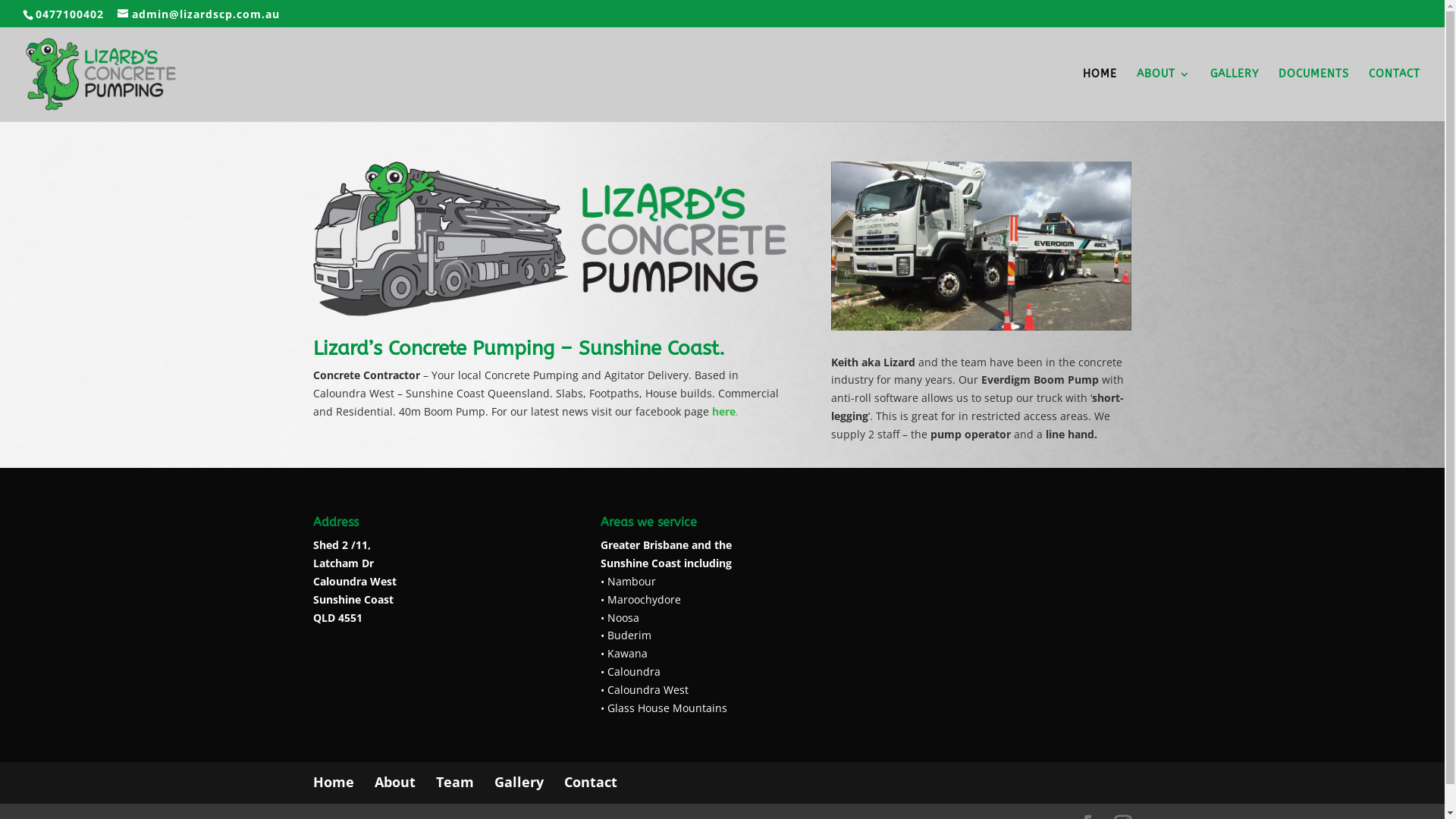 This screenshot has height=819, width=1456. Describe the element at coordinates (1394, 95) in the screenshot. I see `'CONTACT'` at that location.